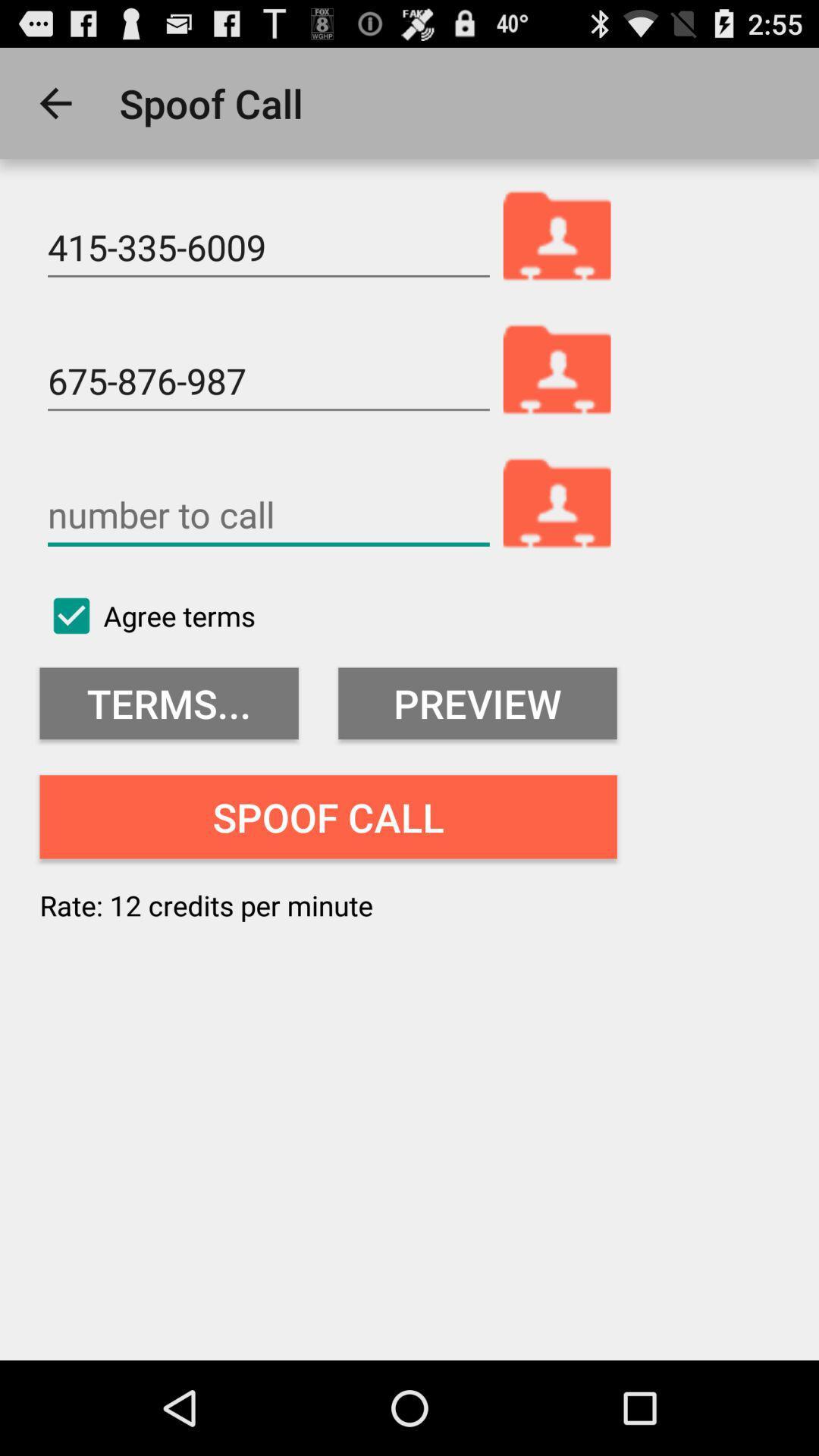 The image size is (819, 1456). I want to click on terms... icon, so click(169, 702).